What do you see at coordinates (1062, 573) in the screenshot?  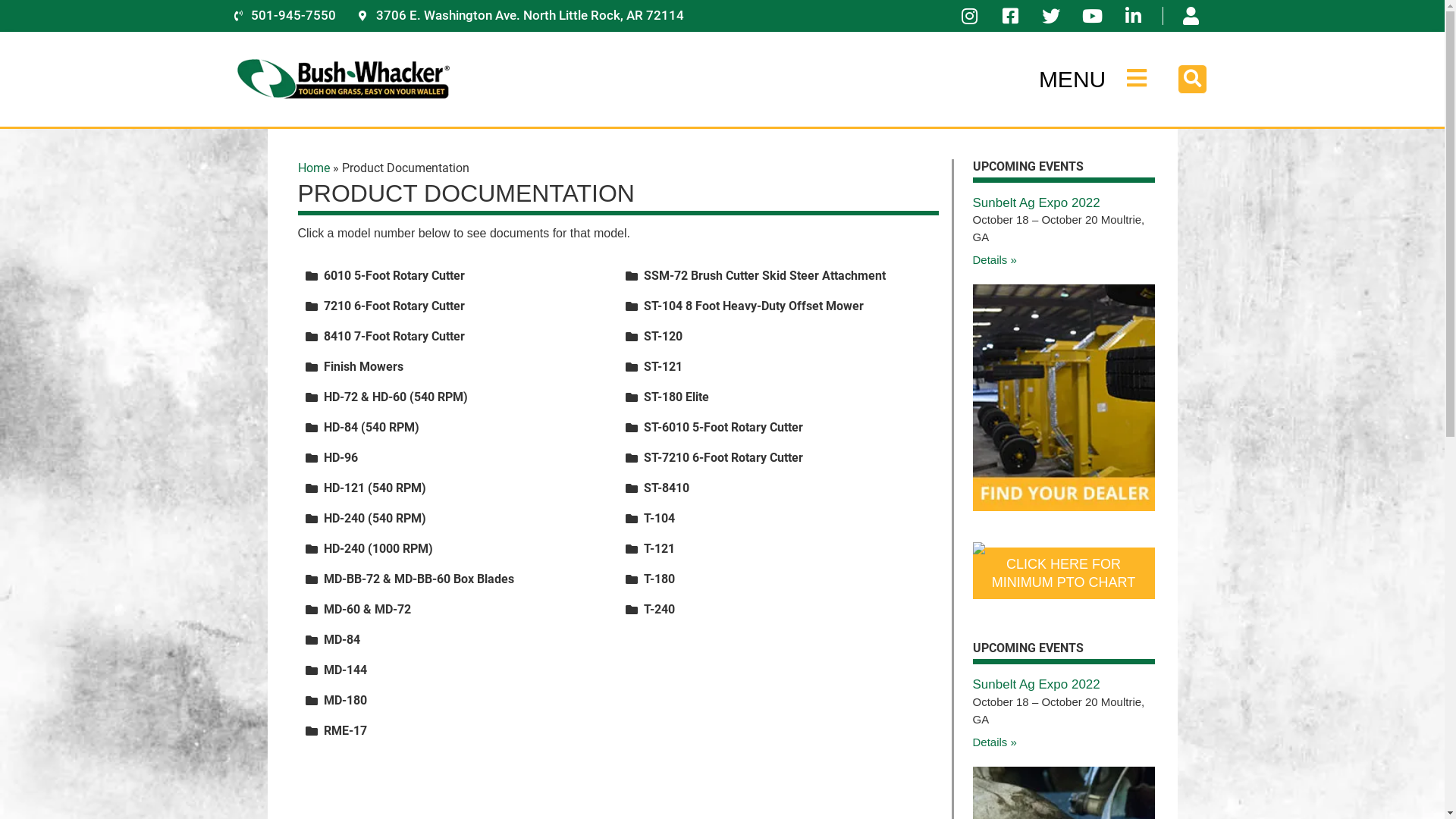 I see `'CLICK HERE FOR MINIMUM PTO CHART'` at bounding box center [1062, 573].